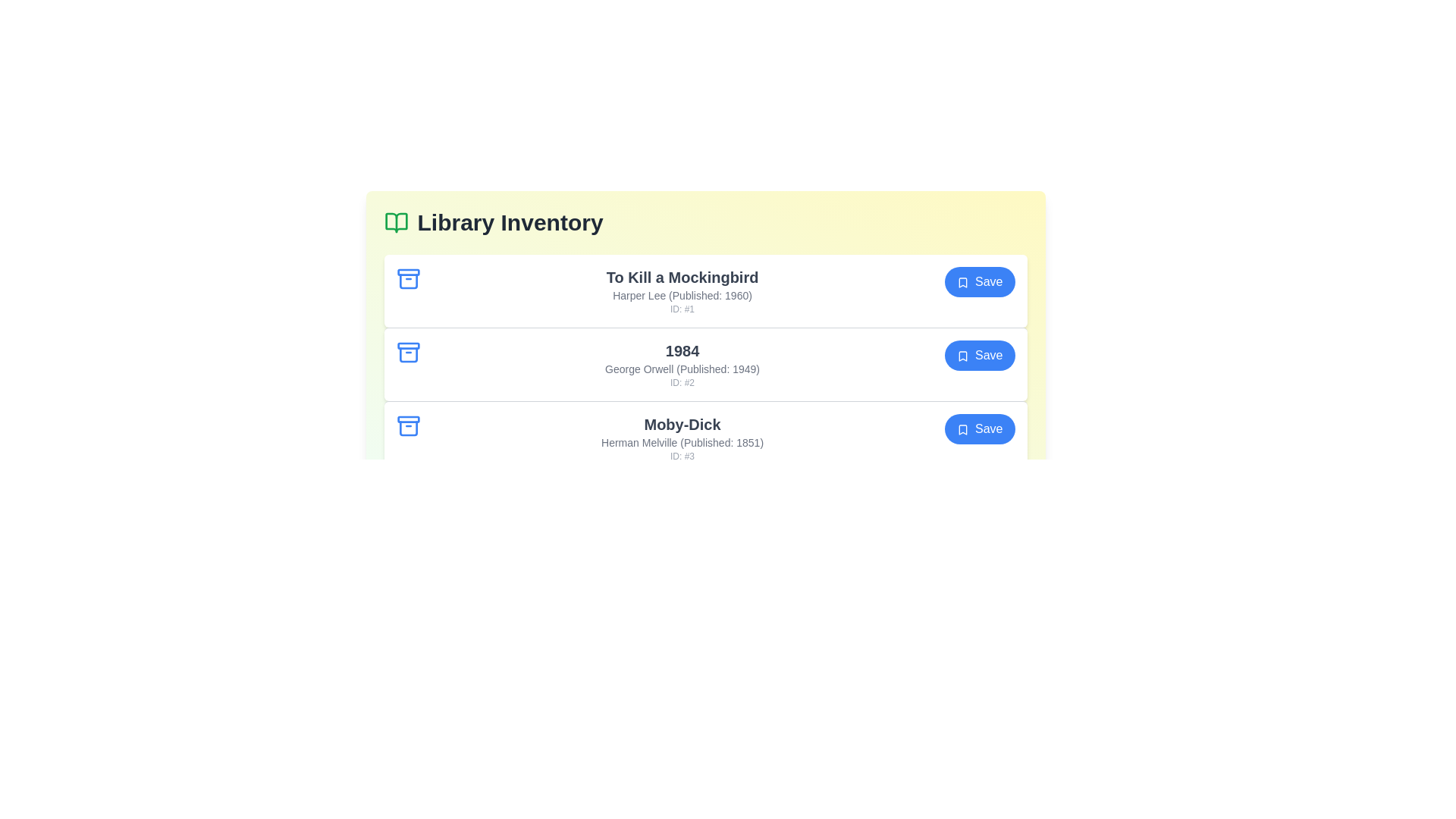 This screenshot has width=1456, height=819. What do you see at coordinates (682, 278) in the screenshot?
I see `the title of the book 'To Kill a Mockingbird'` at bounding box center [682, 278].